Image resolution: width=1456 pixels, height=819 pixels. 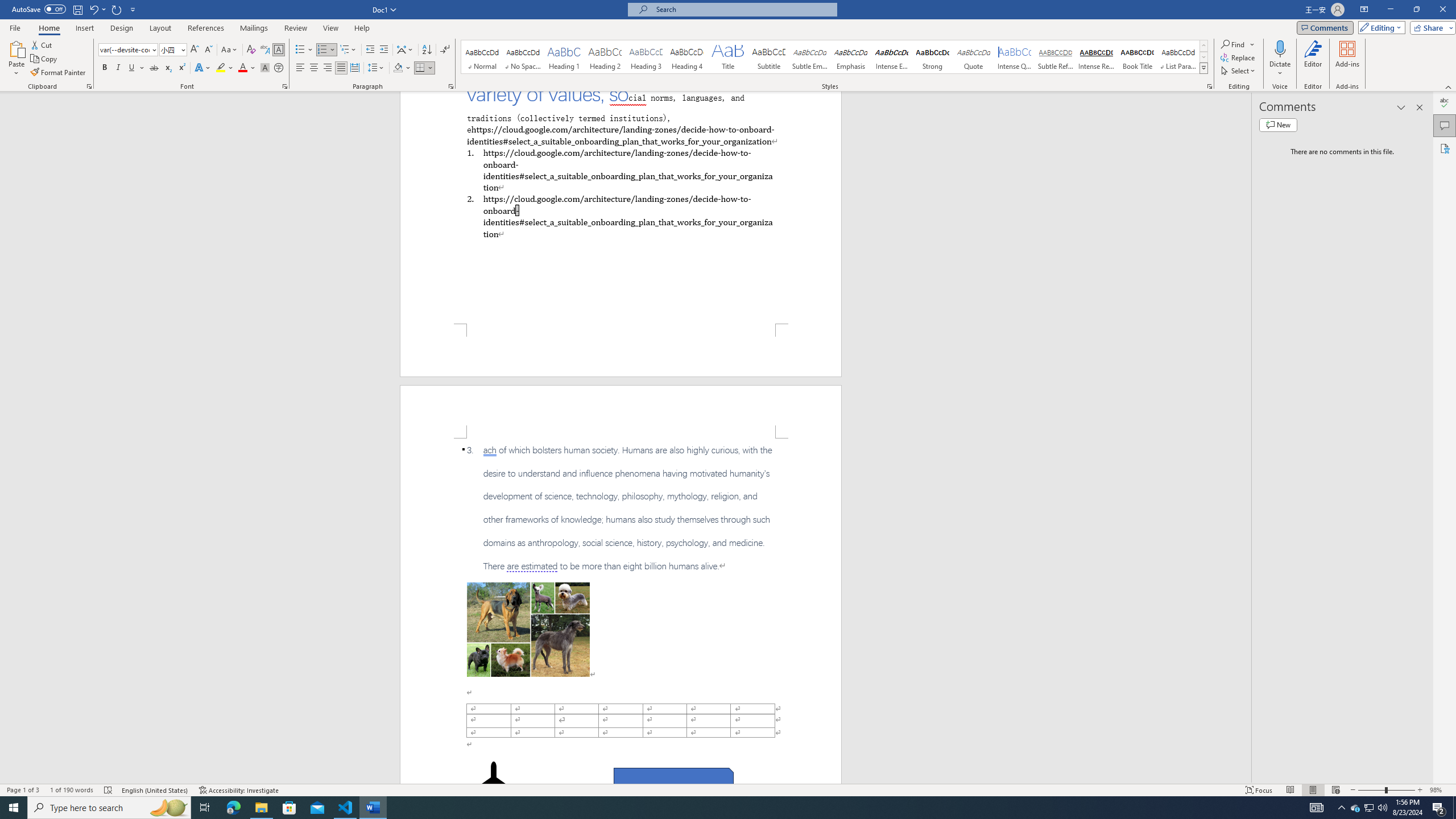 I want to click on 'Shading', so click(x=402, y=67).